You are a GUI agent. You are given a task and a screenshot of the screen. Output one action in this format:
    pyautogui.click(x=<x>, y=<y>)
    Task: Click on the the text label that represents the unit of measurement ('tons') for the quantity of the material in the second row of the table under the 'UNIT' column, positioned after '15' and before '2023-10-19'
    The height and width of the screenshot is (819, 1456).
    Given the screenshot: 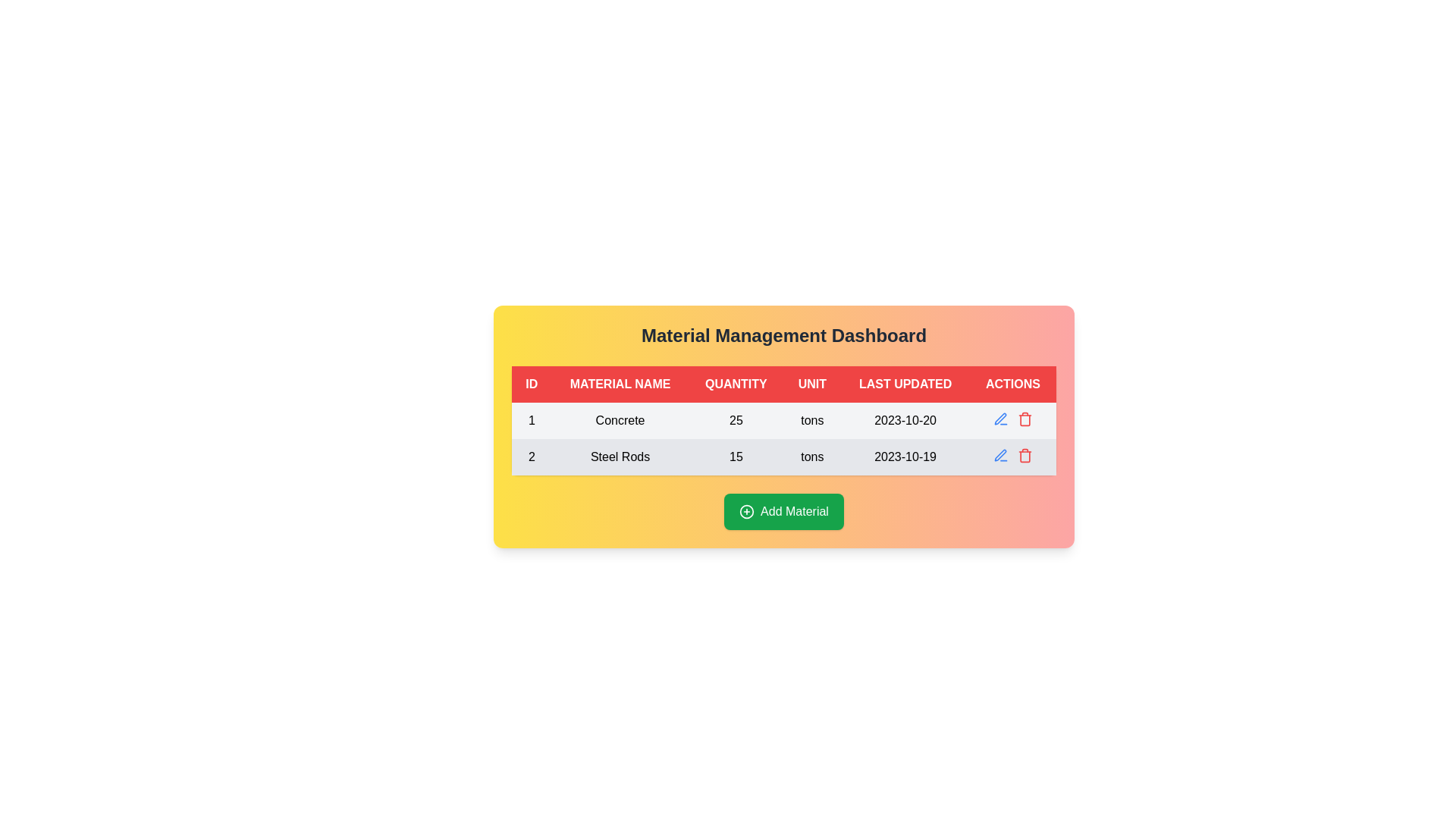 What is the action you would take?
    pyautogui.click(x=811, y=456)
    